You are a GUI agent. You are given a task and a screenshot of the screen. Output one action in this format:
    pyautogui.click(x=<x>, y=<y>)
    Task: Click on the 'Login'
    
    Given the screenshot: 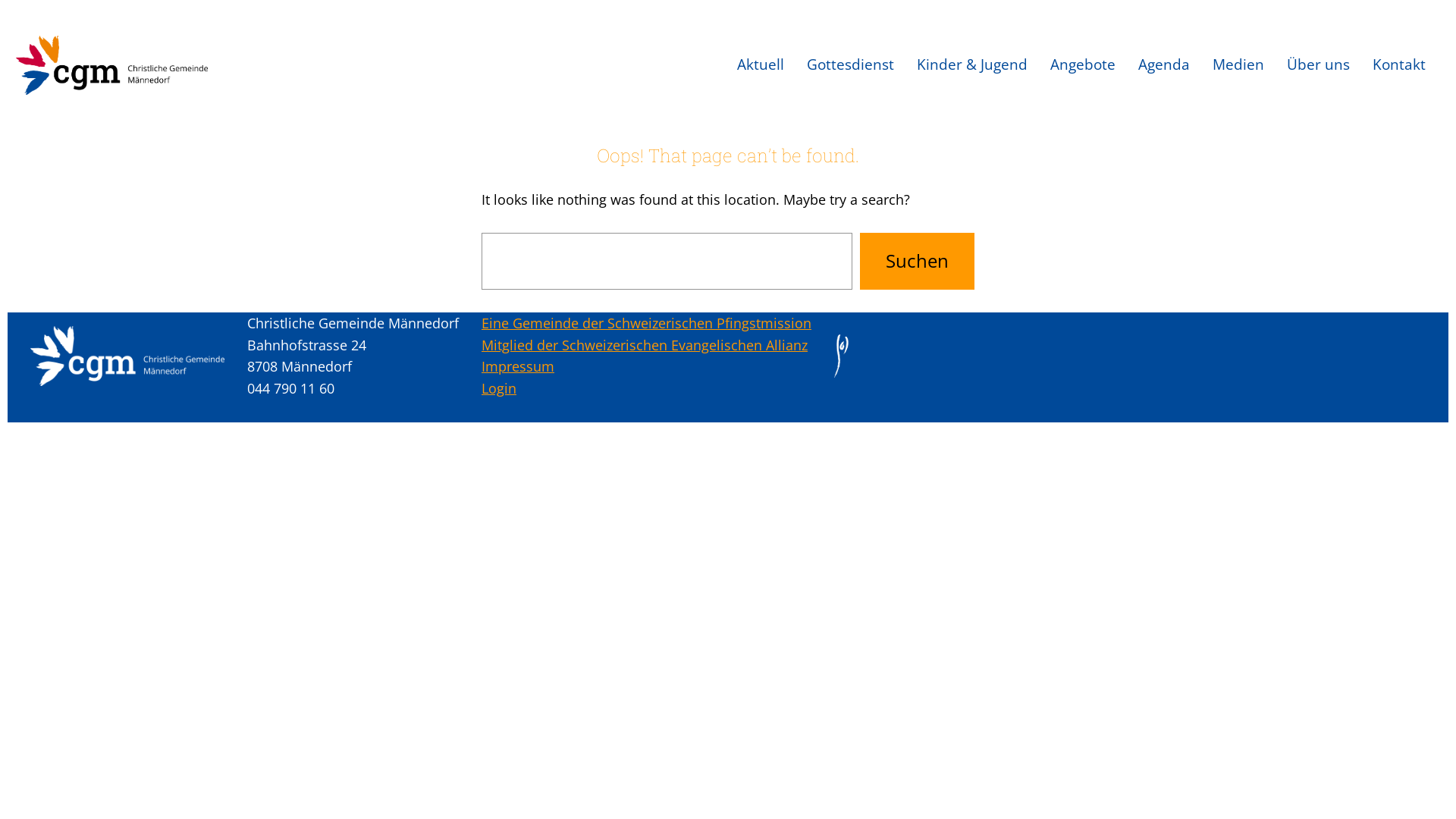 What is the action you would take?
    pyautogui.click(x=498, y=388)
    